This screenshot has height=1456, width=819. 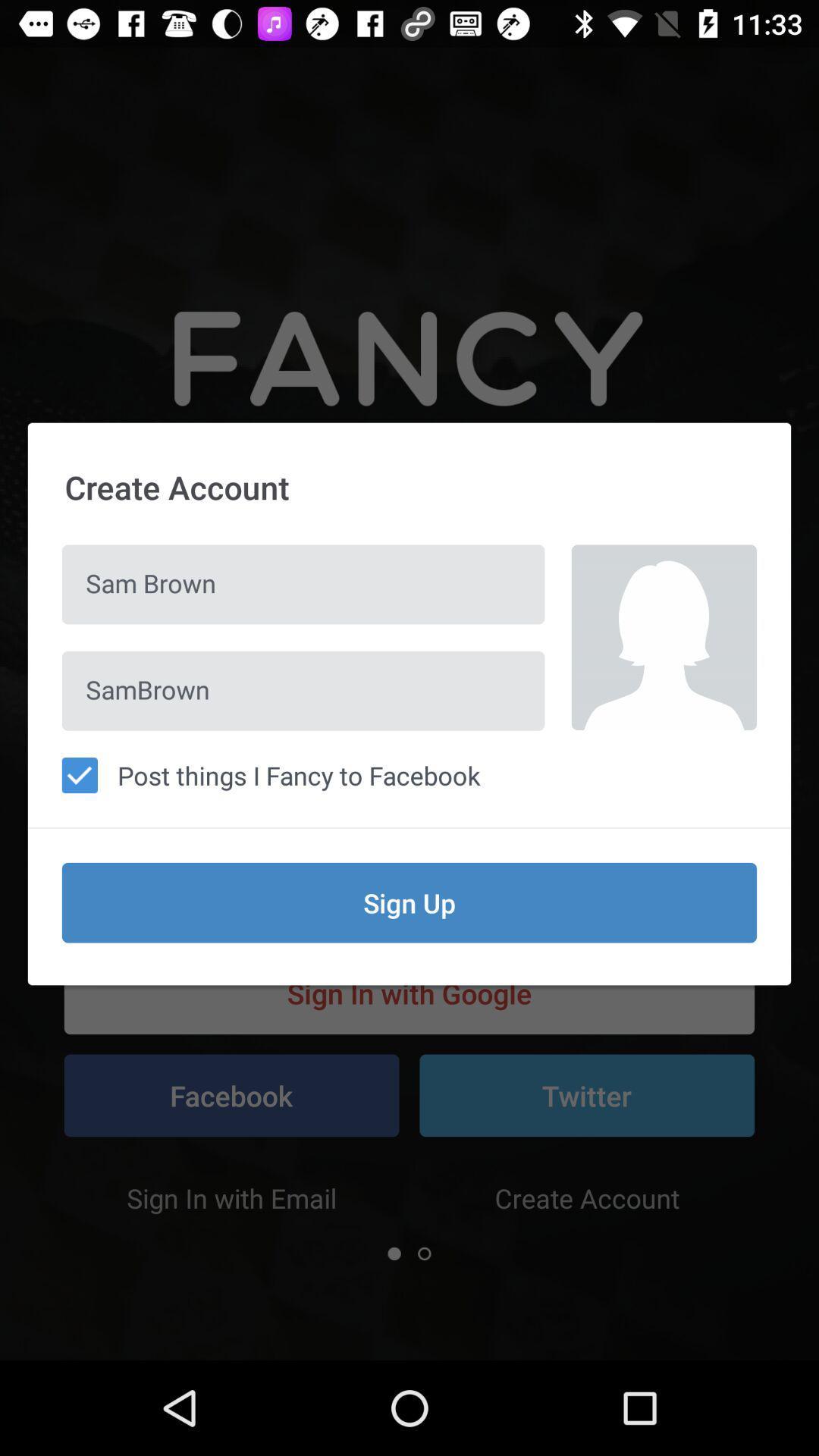 I want to click on sign up, so click(x=409, y=902).